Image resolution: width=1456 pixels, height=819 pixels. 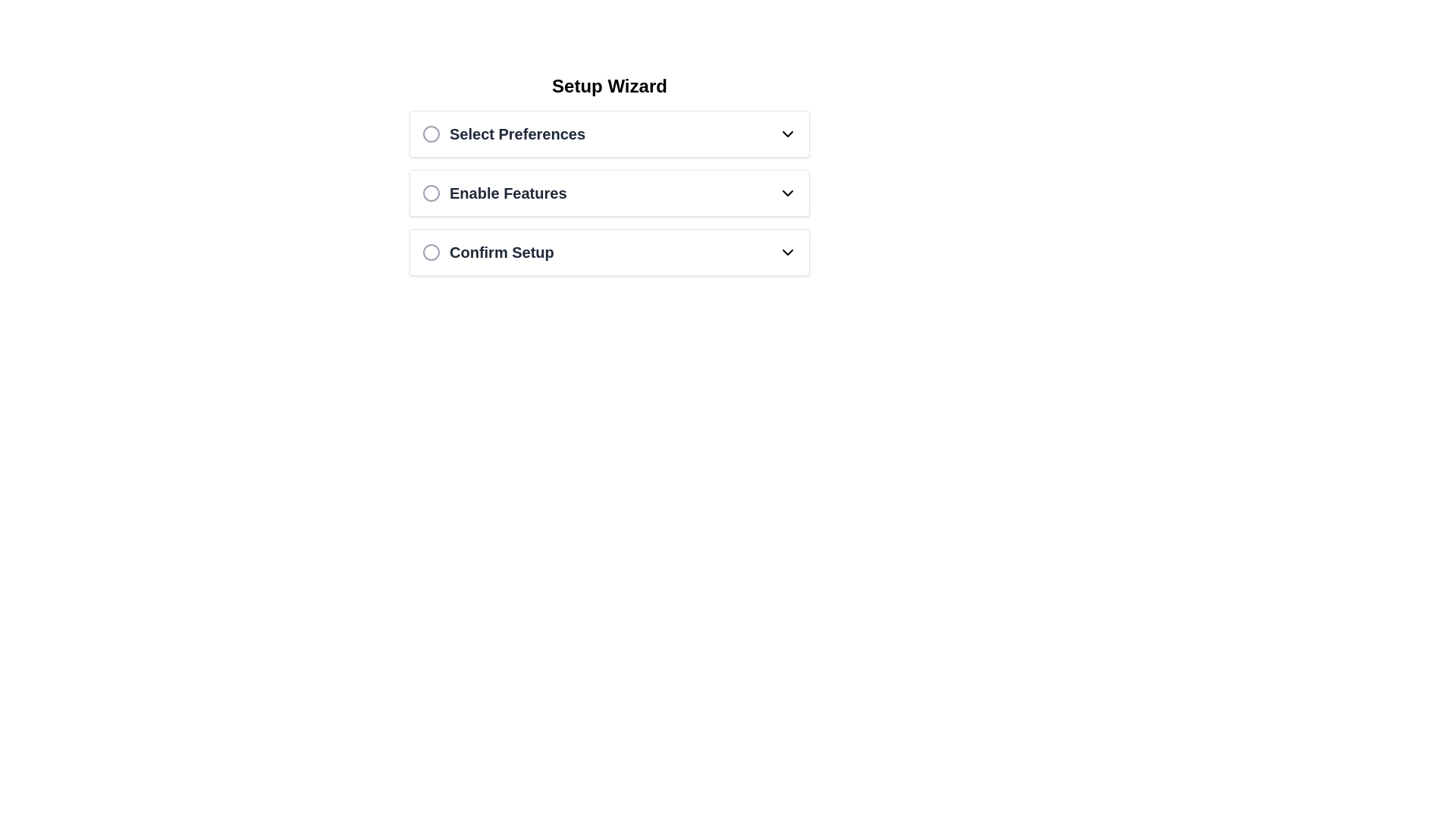 I want to click on the interactive list item labeled 'Enable Features' in the setup wizard, so click(x=610, y=192).